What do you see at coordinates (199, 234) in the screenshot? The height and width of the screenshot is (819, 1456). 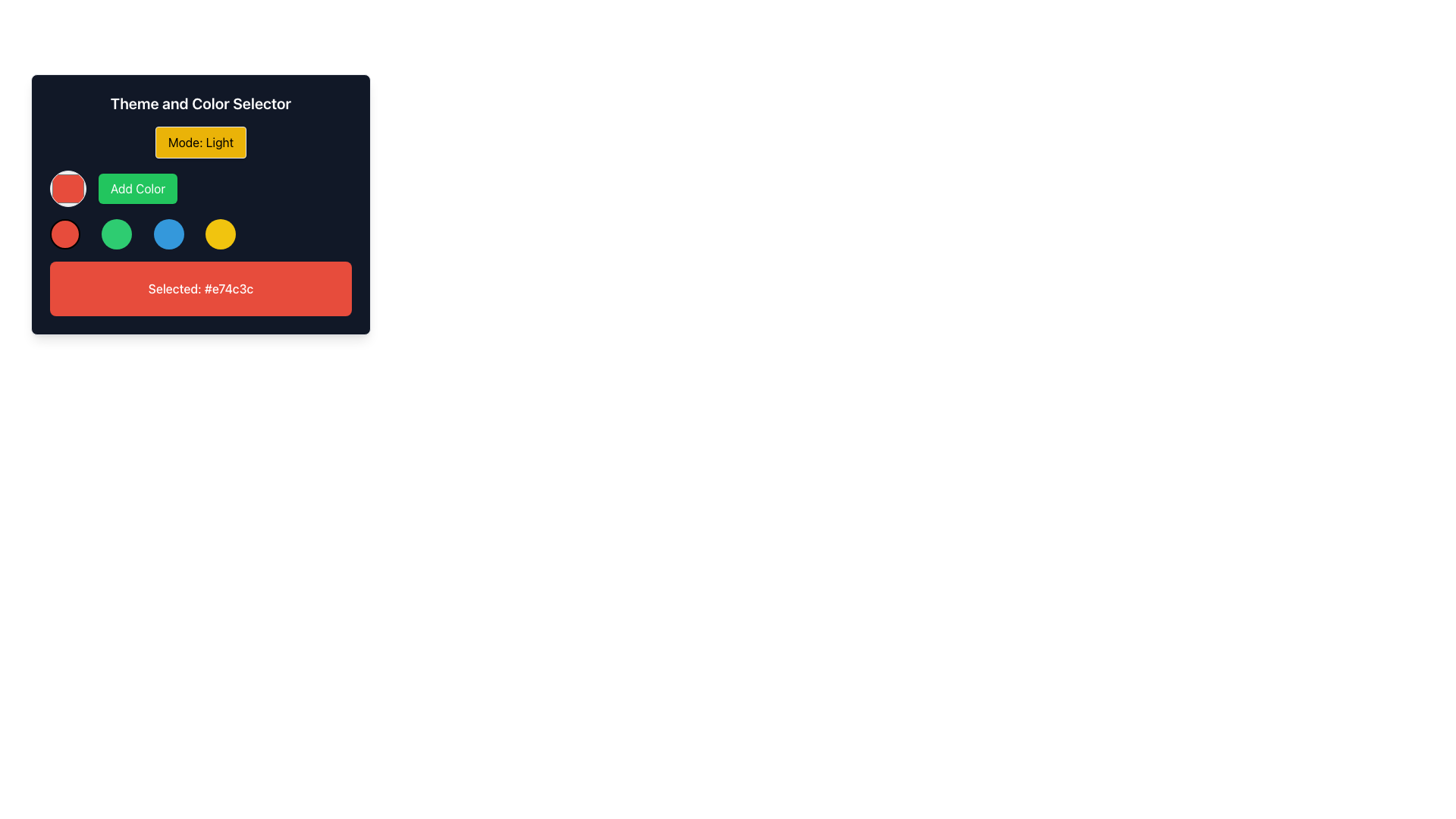 I see `the red circular button with a black border in the Grid layout of colored buttons` at bounding box center [199, 234].